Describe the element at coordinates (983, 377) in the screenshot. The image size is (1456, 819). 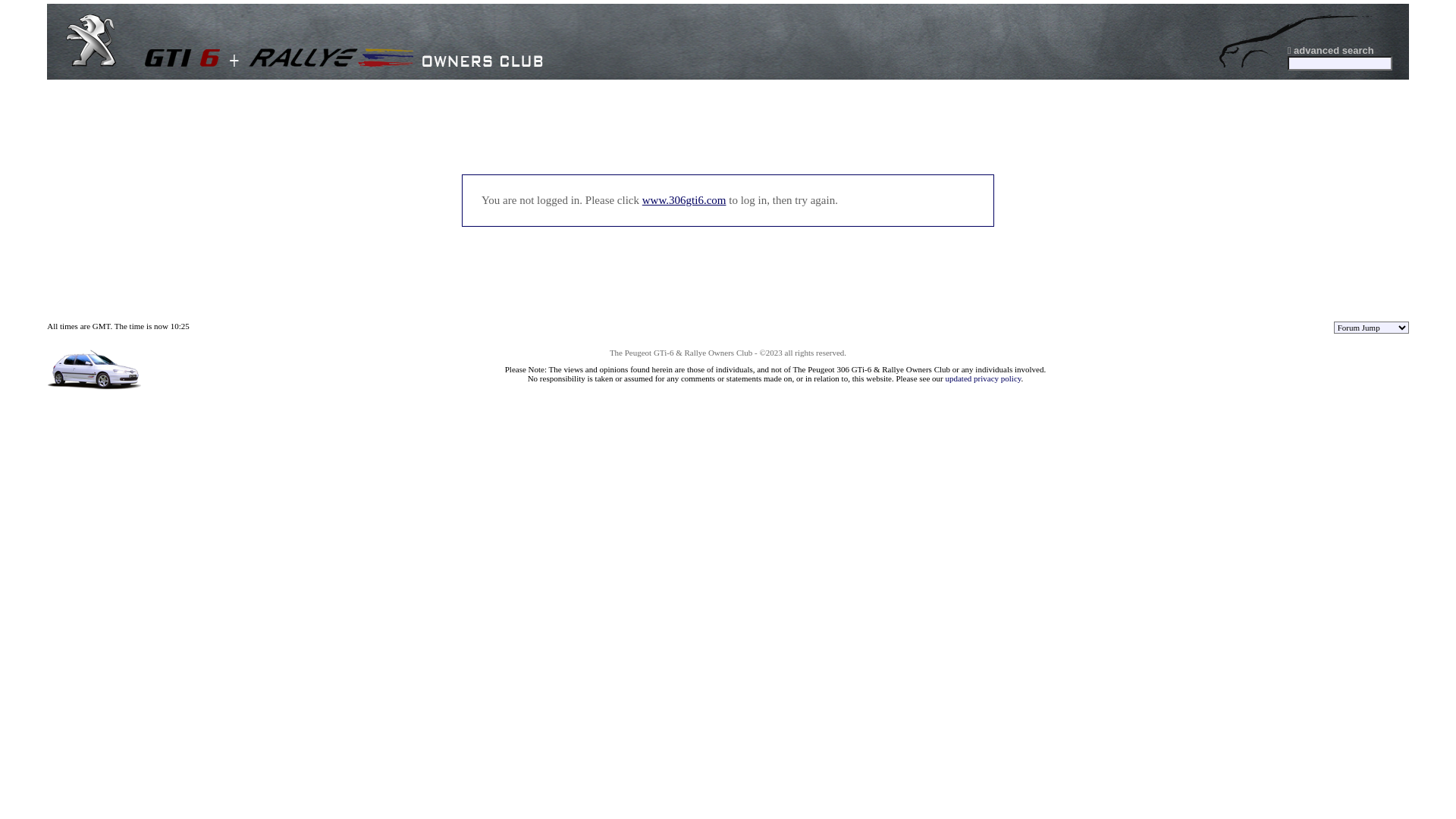
I see `'updated privacy policy'` at that location.